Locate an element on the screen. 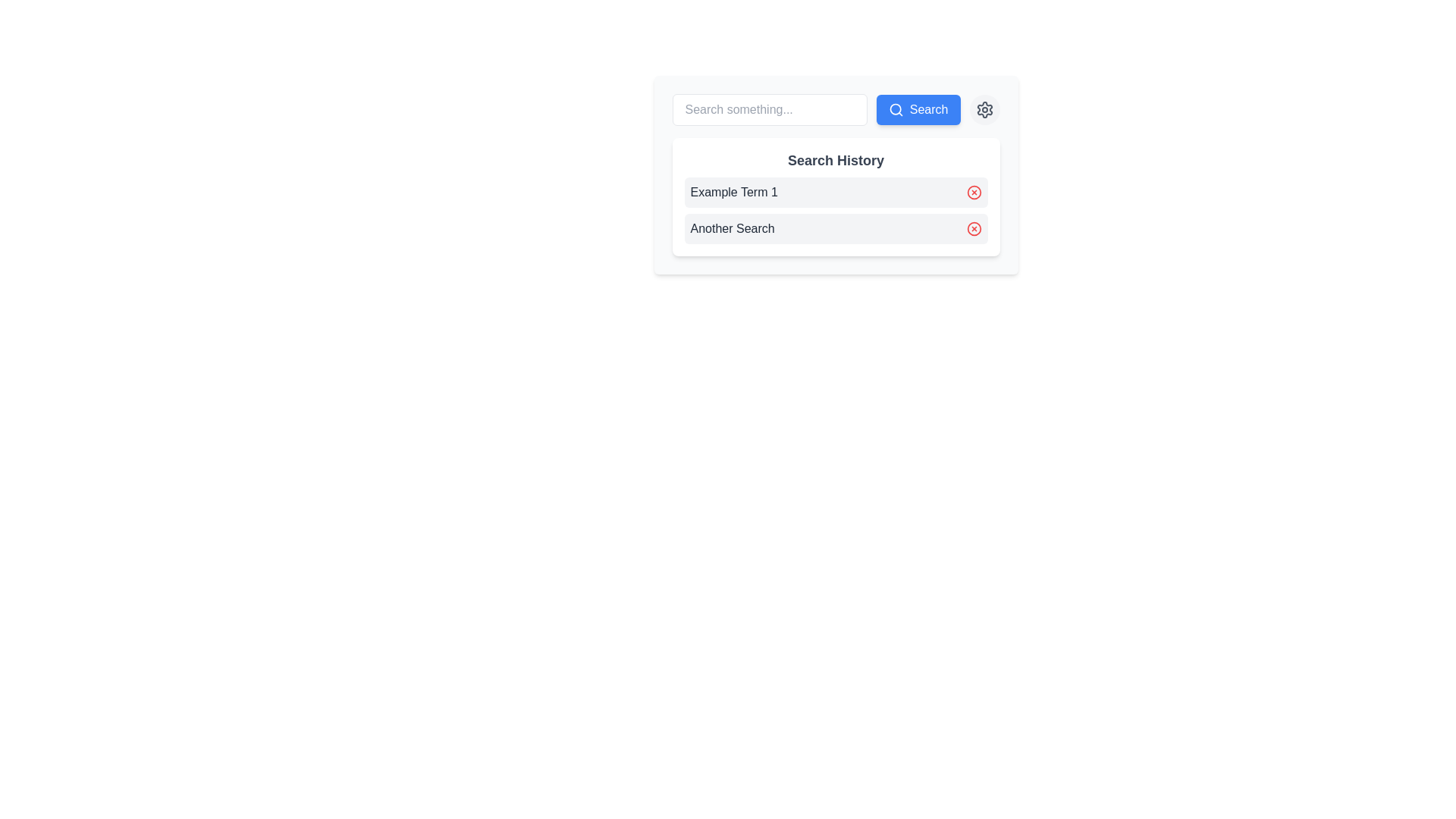  the leftmost Text input box to focus it for user input is located at coordinates (770, 109).